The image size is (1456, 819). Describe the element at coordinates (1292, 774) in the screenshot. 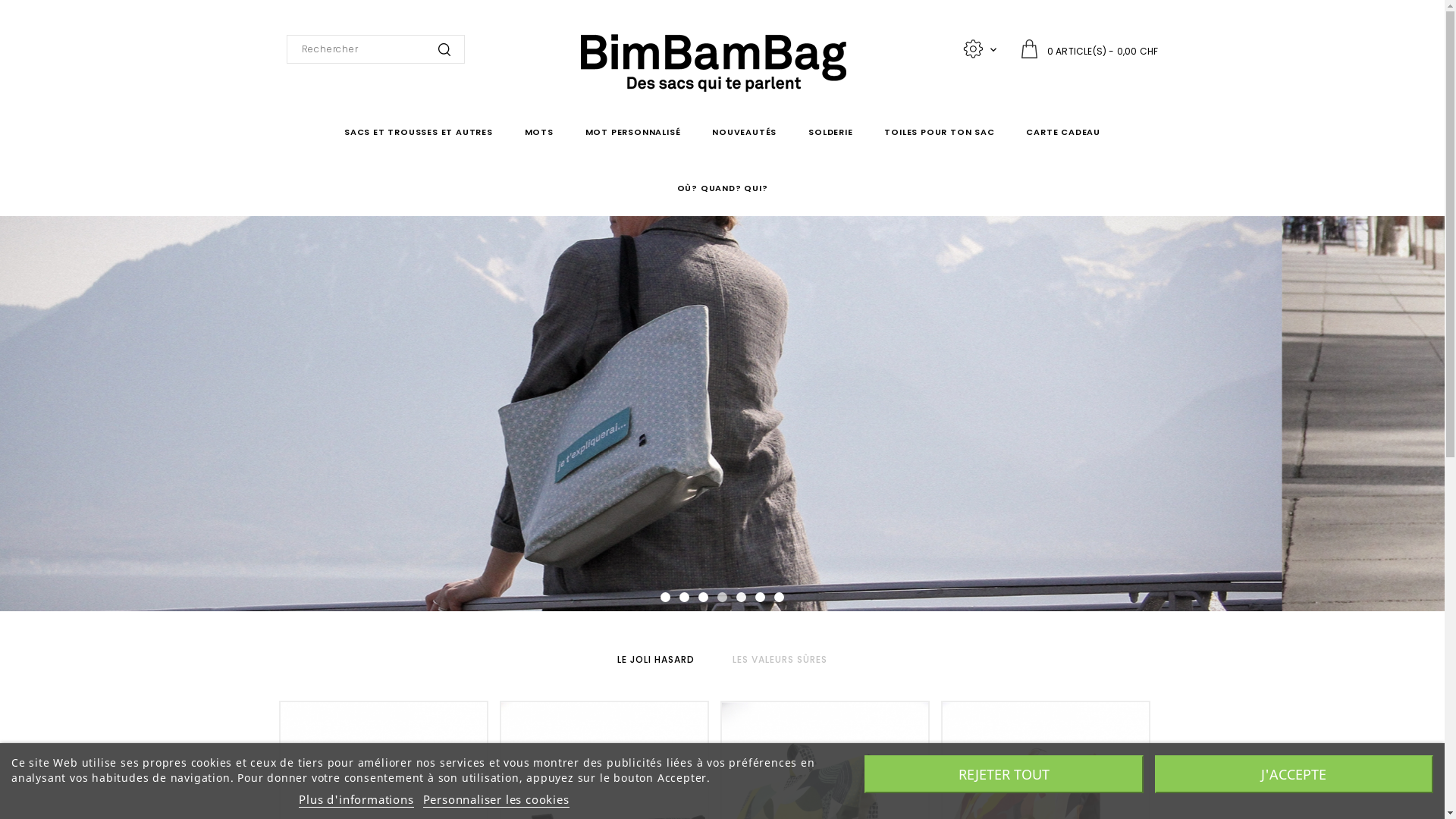

I see `'J'ACCEPTE'` at that location.